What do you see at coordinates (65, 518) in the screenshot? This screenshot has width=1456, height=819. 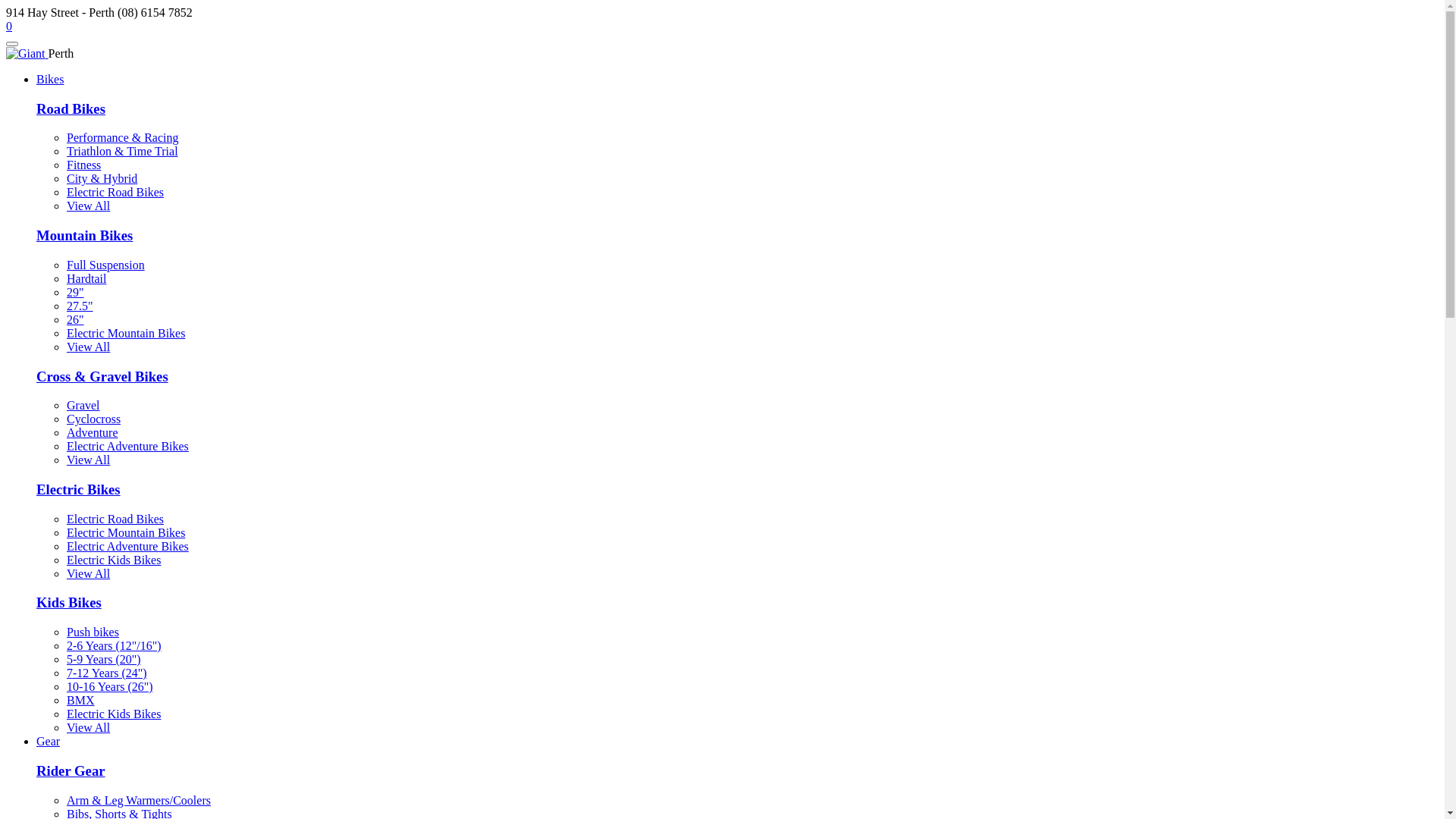 I see `'Electric Road Bikes'` at bounding box center [65, 518].